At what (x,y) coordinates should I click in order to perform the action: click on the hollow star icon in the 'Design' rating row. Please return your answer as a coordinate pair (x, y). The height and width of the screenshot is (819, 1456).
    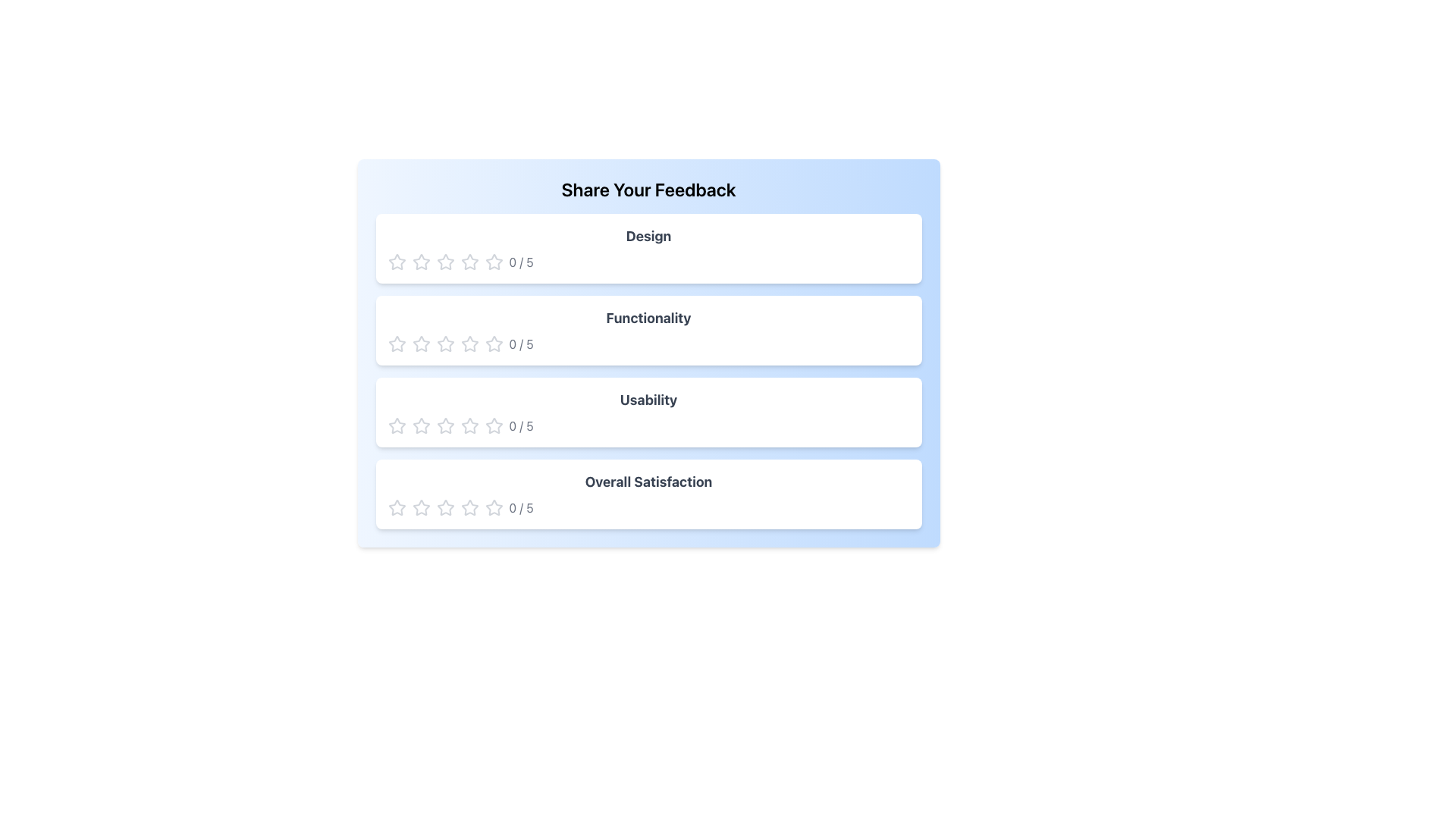
    Looking at the image, I should click on (397, 261).